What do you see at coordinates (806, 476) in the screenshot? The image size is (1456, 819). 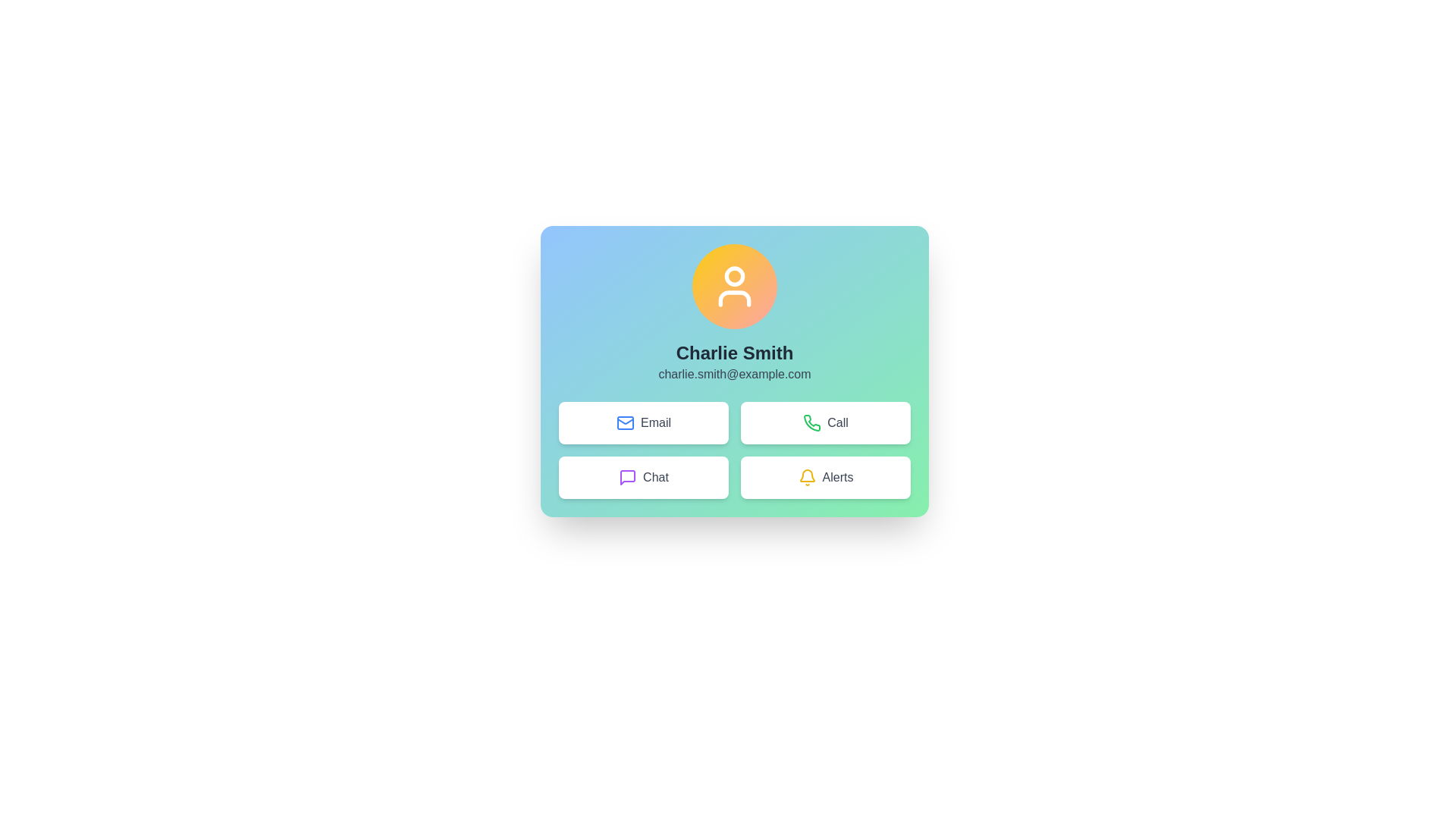 I see `the yellow bell icon, which is the leftmost element in the 'Alerts' section located in the lower-right quadrant of the card` at bounding box center [806, 476].